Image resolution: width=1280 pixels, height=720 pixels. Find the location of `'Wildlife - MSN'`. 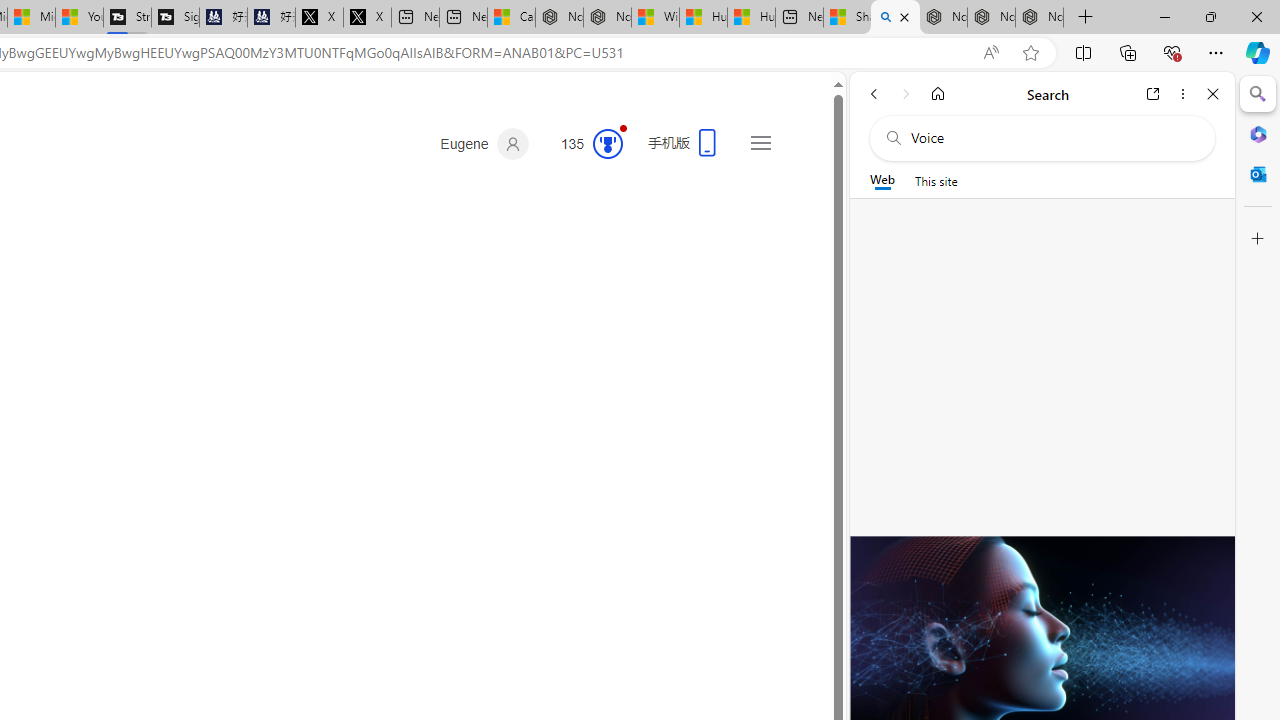

'Wildlife - MSN' is located at coordinates (656, 17).